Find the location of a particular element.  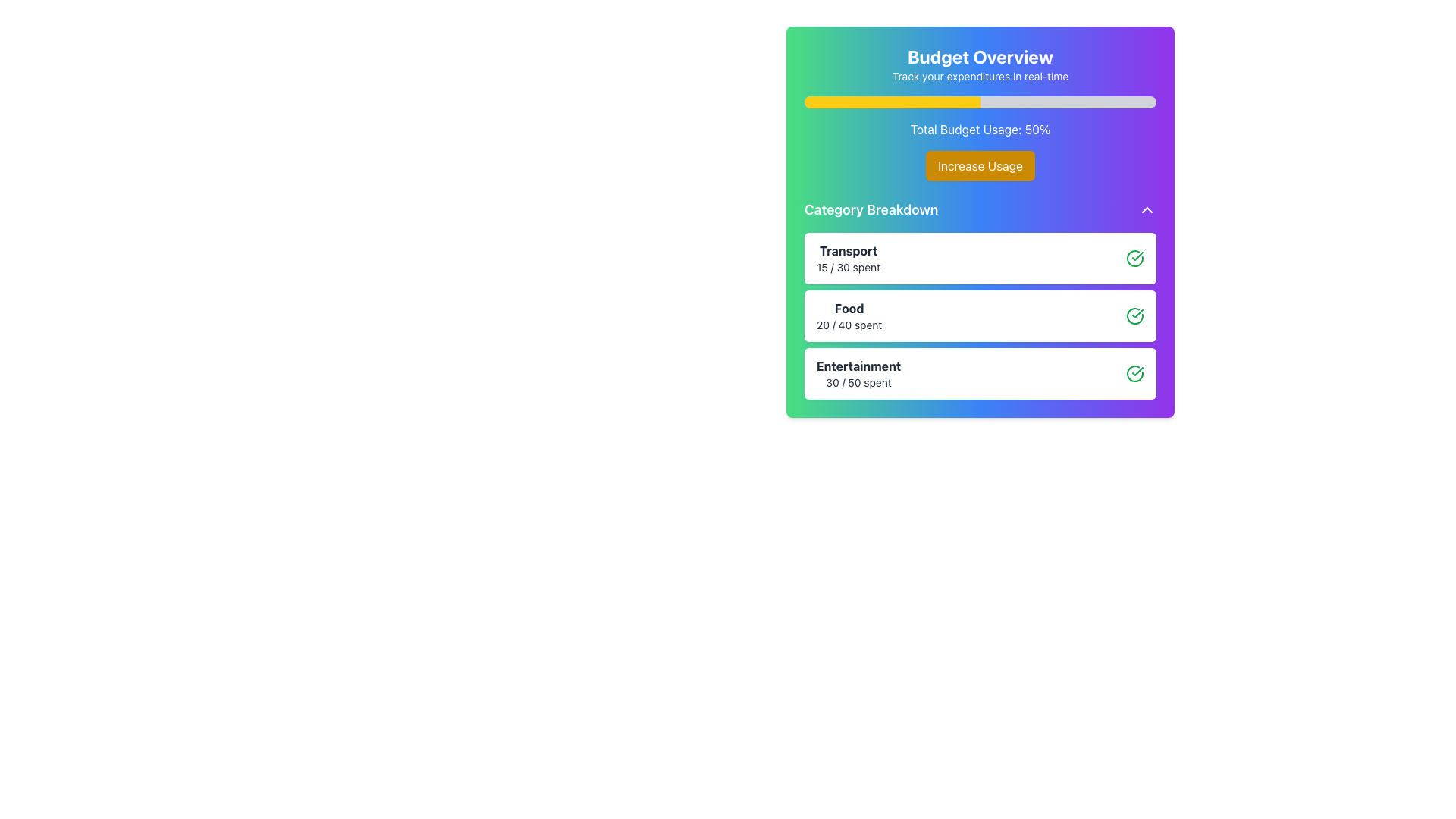

the horizontal progress bar located below the 'Track your expenditures in real-time' text and above the 'Total Budget Usage: 50%' text is located at coordinates (980, 102).